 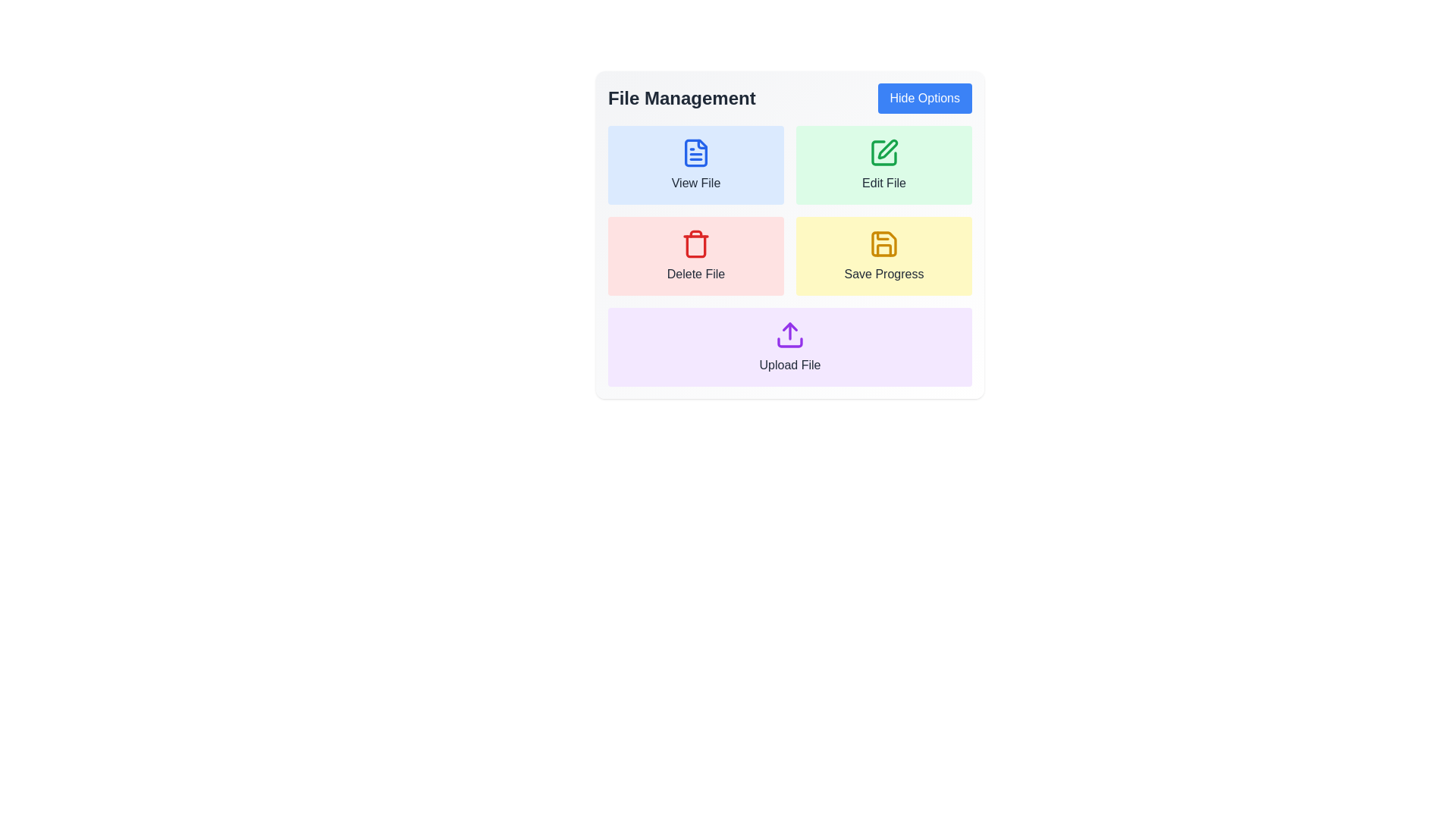 What do you see at coordinates (695, 165) in the screenshot?
I see `the blue rectangular button labeled 'View File' with a document icon` at bounding box center [695, 165].